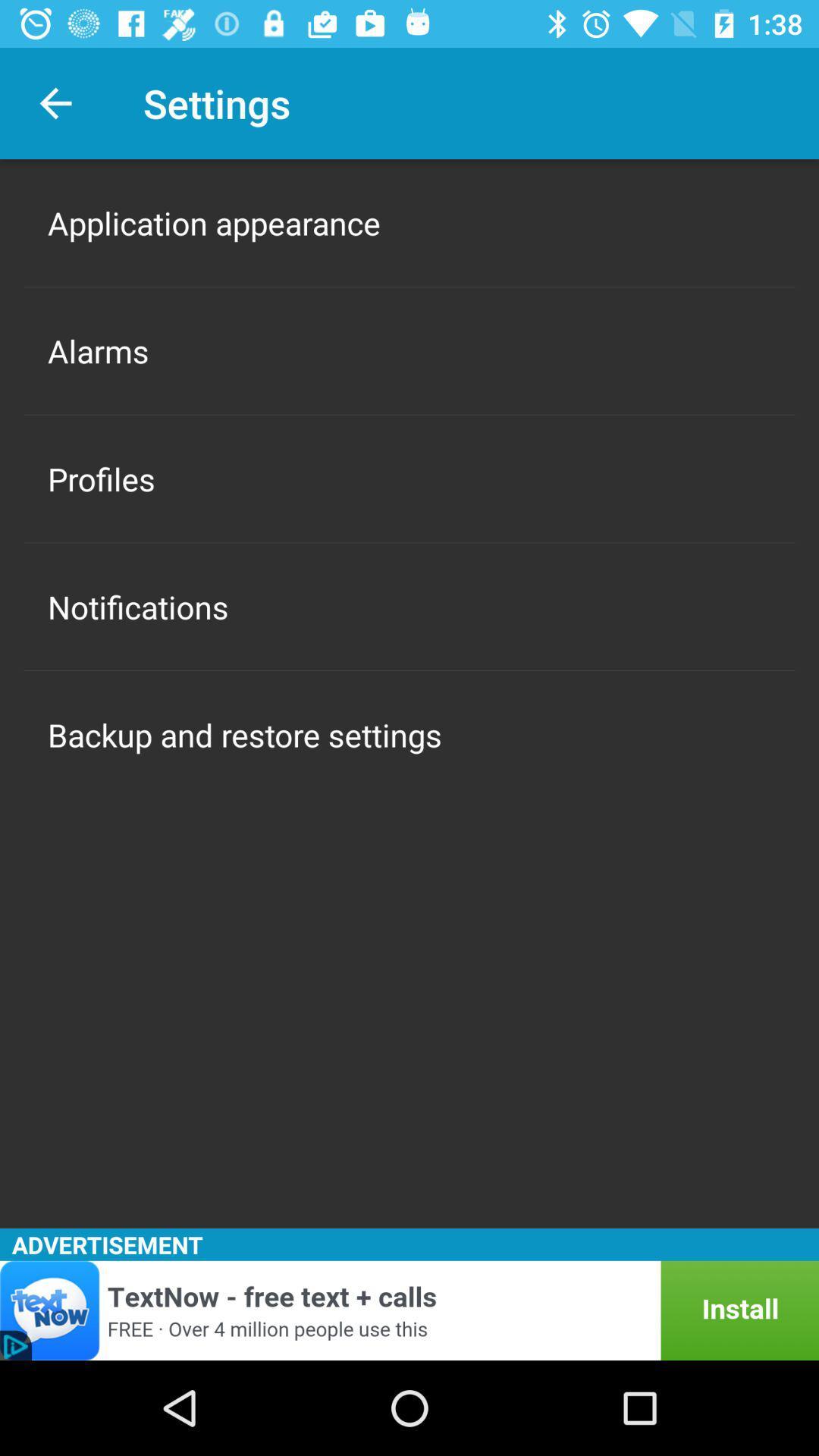 This screenshot has height=1456, width=819. What do you see at coordinates (55, 102) in the screenshot?
I see `the icon above the application appearance icon` at bounding box center [55, 102].